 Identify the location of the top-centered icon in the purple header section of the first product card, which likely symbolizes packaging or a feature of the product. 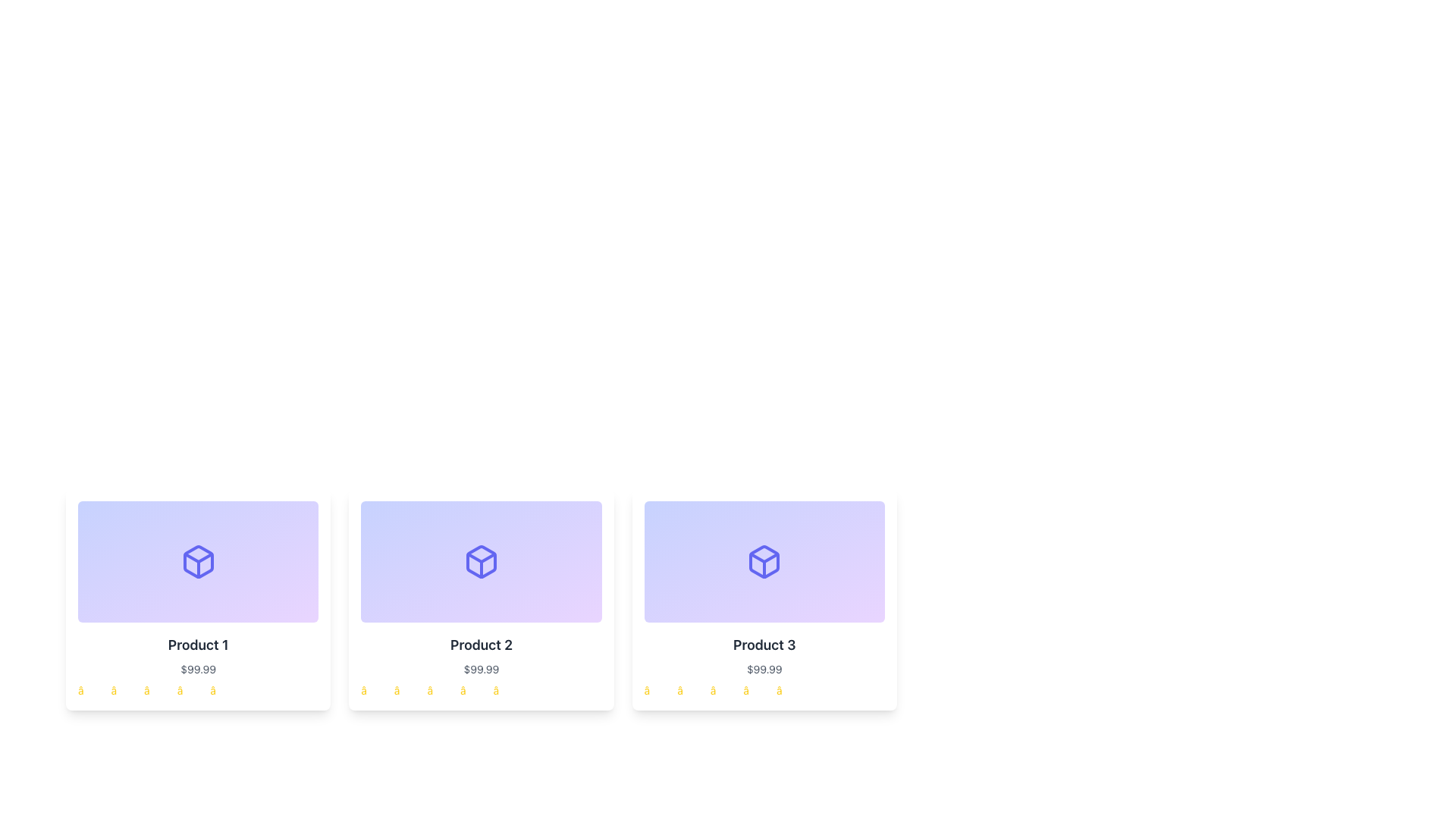
(197, 561).